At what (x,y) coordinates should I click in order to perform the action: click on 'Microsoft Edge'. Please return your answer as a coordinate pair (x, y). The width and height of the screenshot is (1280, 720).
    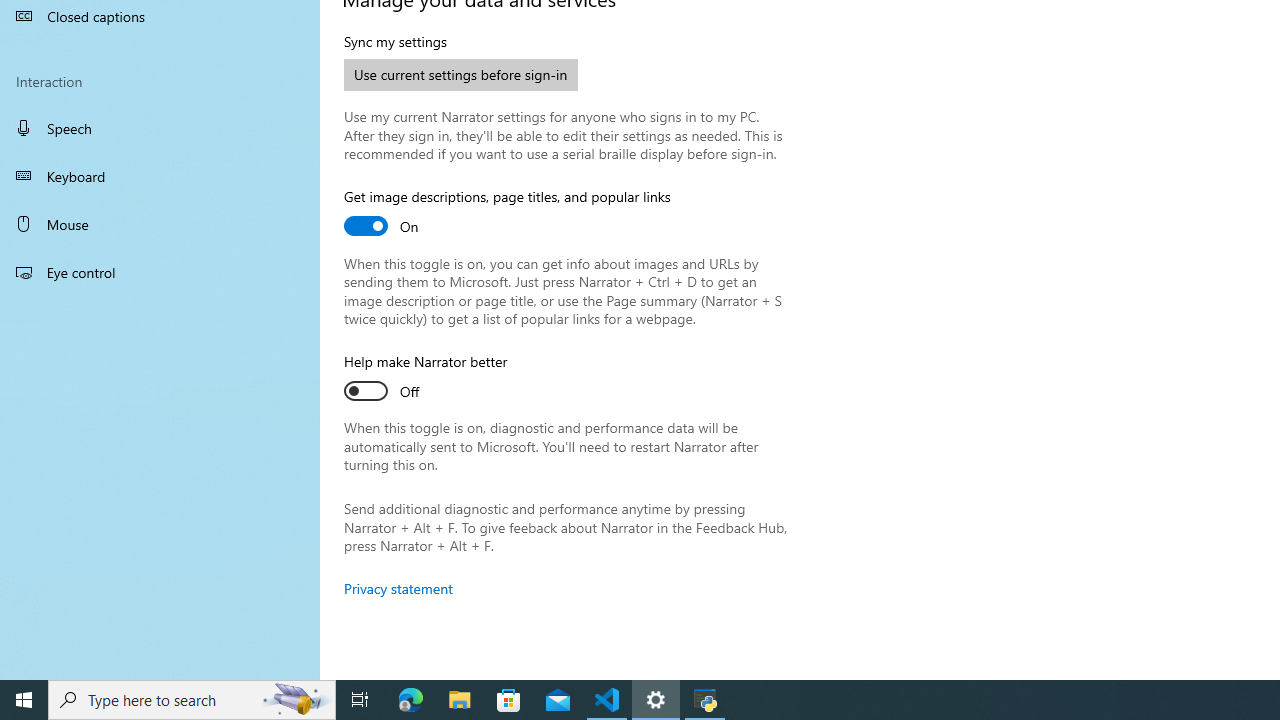
    Looking at the image, I should click on (410, 698).